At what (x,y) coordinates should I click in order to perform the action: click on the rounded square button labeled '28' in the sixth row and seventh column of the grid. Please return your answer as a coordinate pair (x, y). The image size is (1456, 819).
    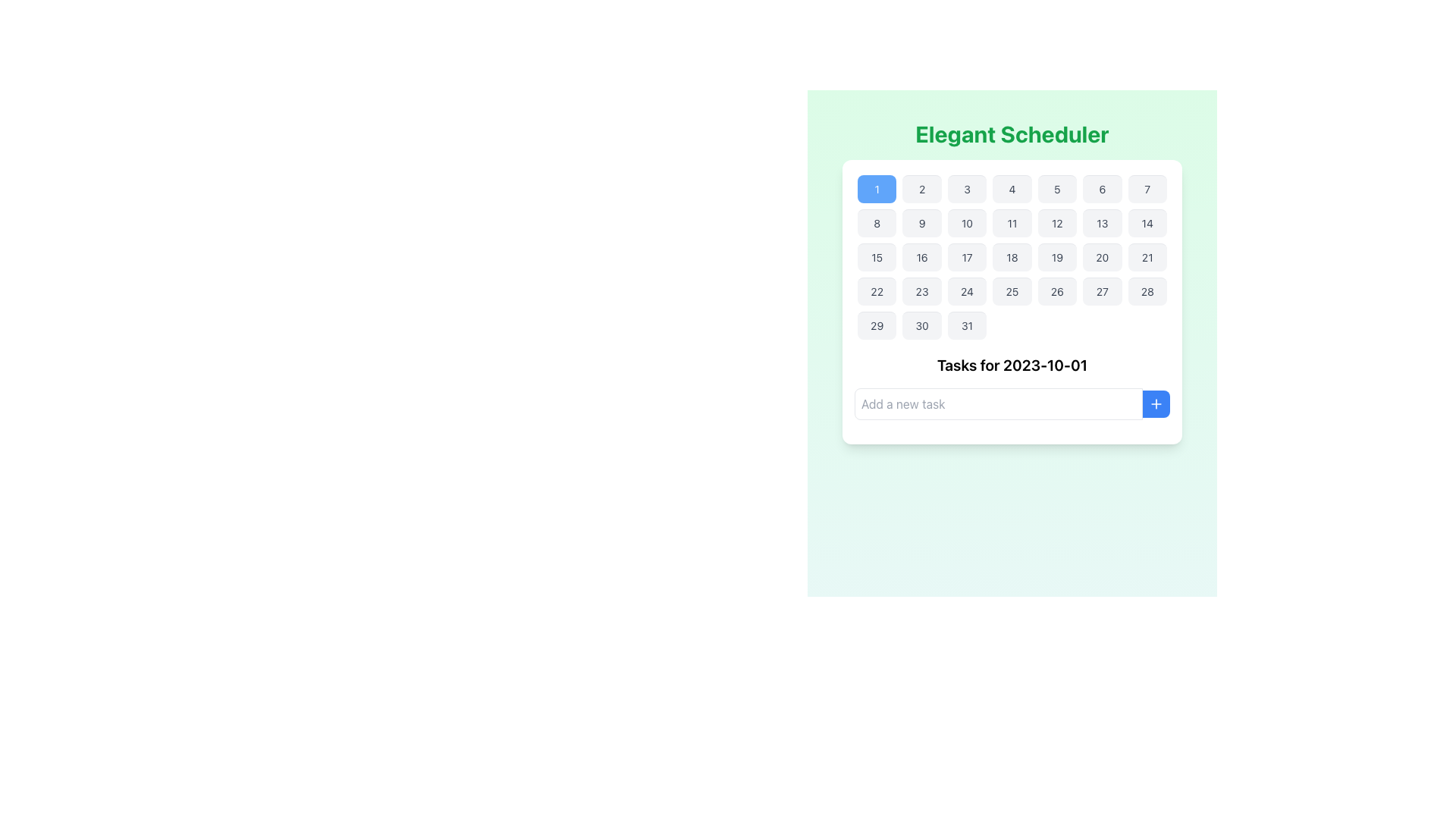
    Looking at the image, I should click on (1147, 291).